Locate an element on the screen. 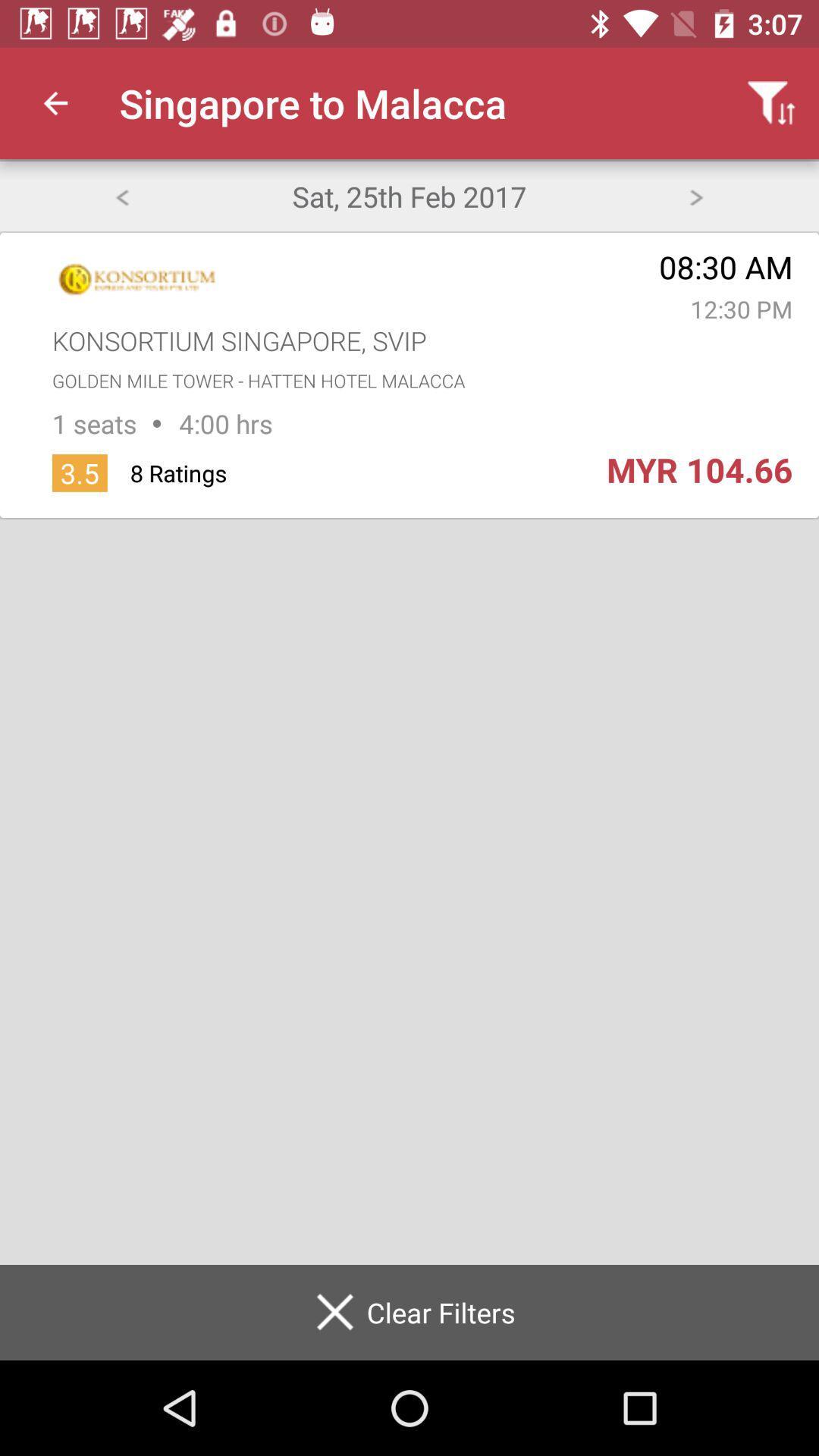 The image size is (819, 1456). item to the right of sat 25th feb icon is located at coordinates (696, 195).